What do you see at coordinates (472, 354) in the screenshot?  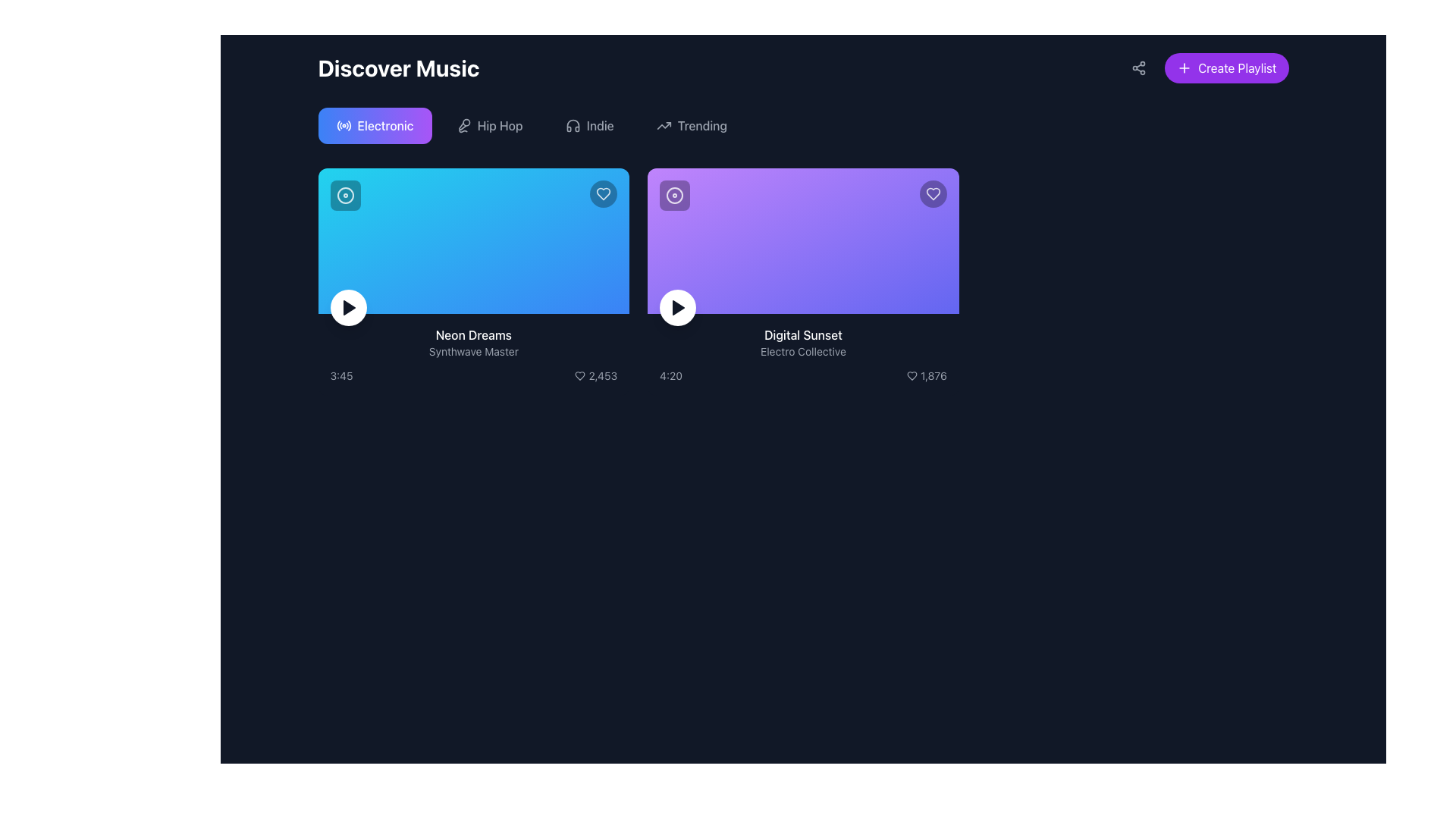 I see `the Information Display Element that shows the title, artist, duration, and popularity of a music track located in the left card of the top row in the grid layout` at bounding box center [472, 354].